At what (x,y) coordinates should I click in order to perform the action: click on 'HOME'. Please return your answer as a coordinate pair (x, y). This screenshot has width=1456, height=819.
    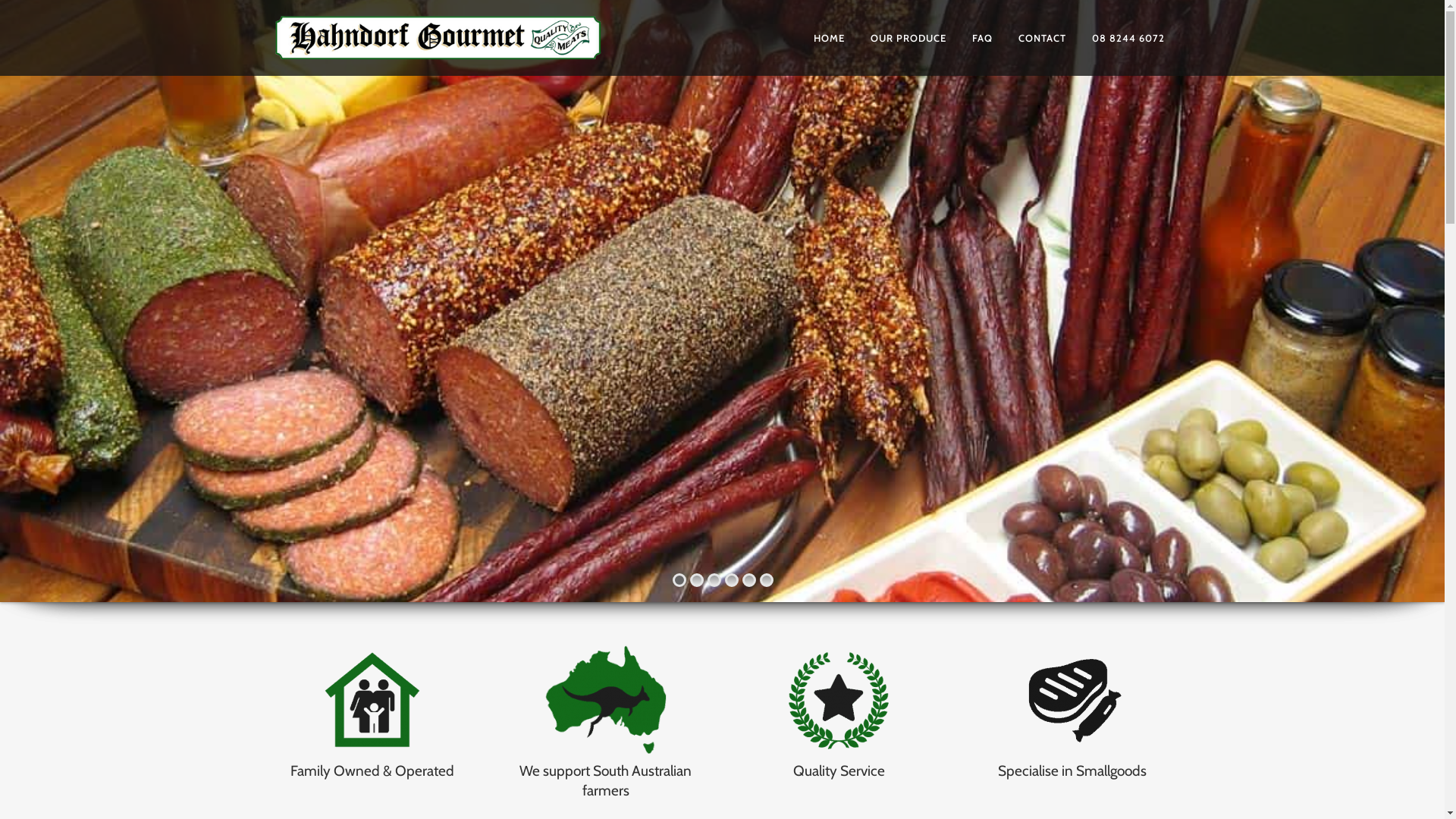
    Looking at the image, I should click on (828, 37).